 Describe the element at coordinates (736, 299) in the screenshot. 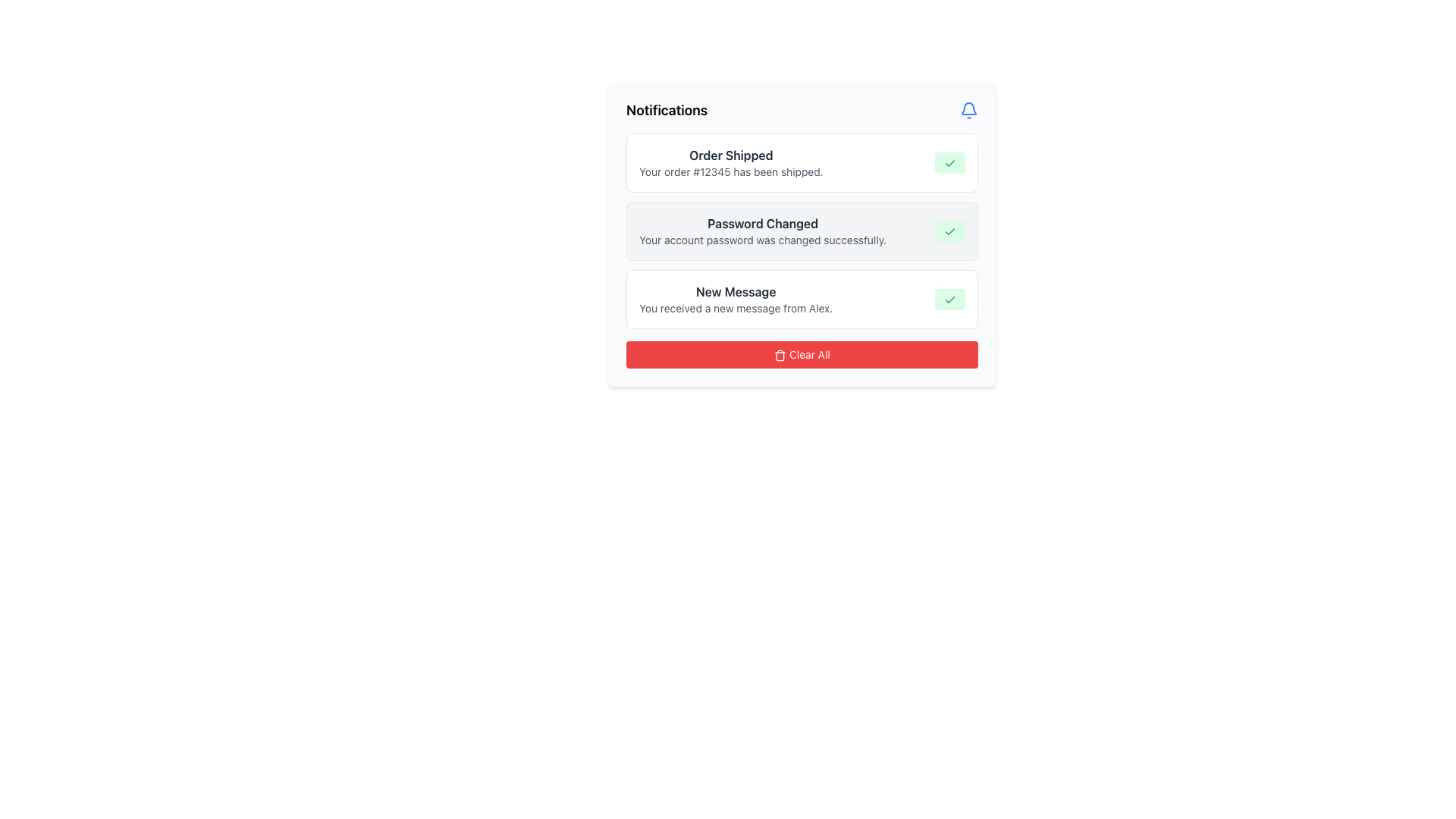

I see `the text notification element displaying 'New Message' which indicates a new message from Alex` at that location.